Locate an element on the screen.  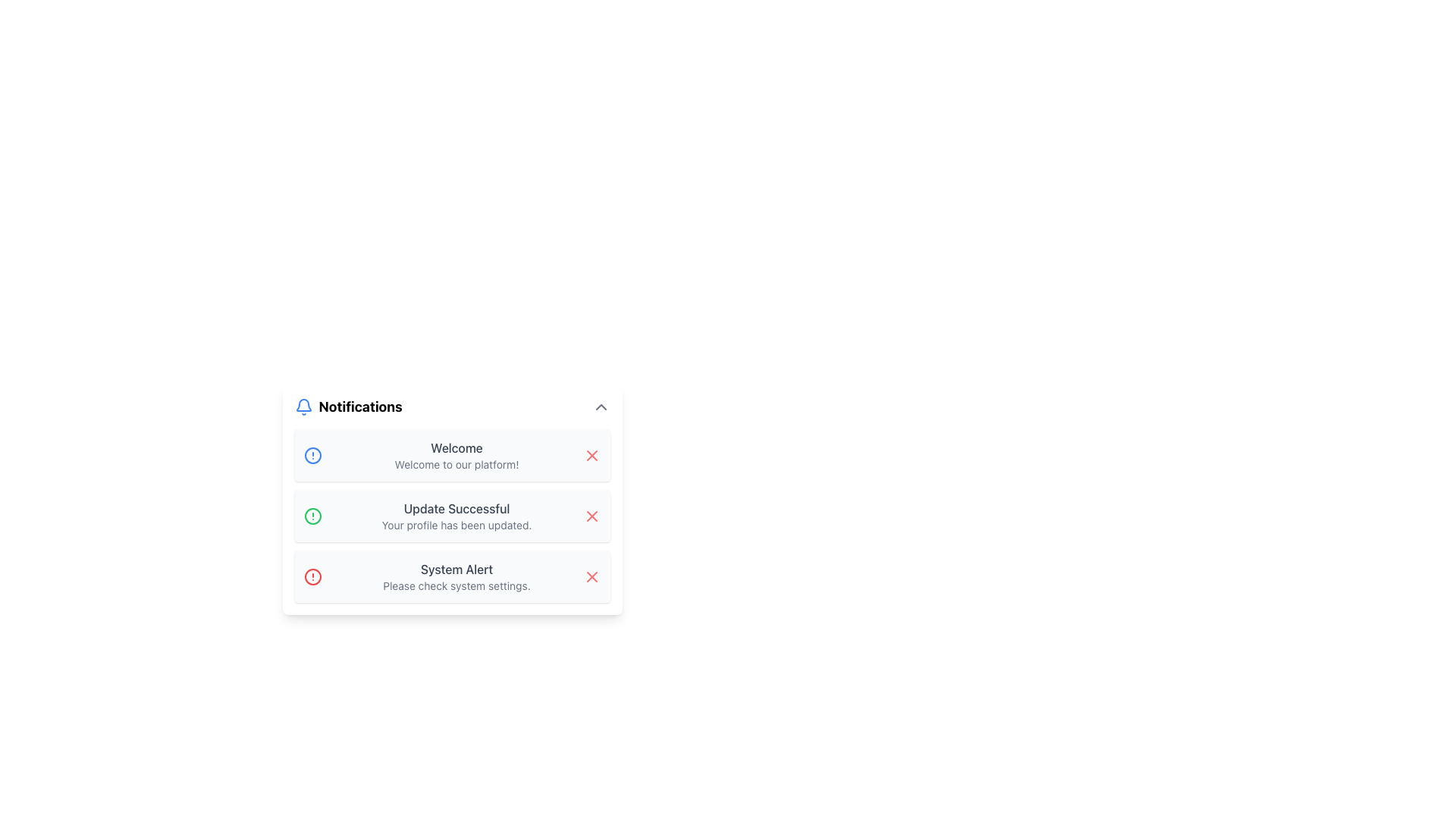
the urgent notification icon located at the left side of the 'System Alert' notification block in the notifications panel is located at coordinates (312, 576).